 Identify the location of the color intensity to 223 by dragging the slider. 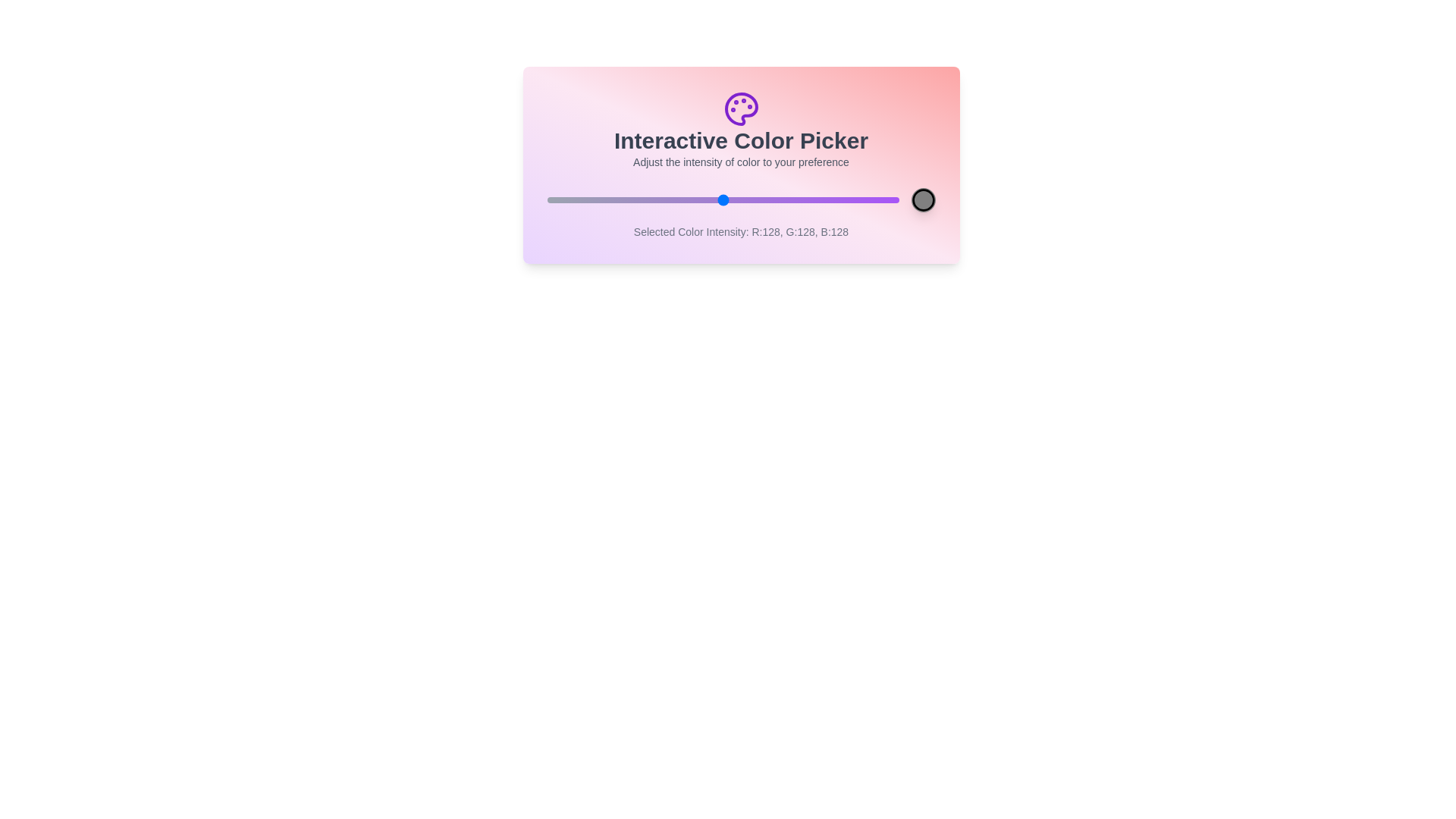
(853, 199).